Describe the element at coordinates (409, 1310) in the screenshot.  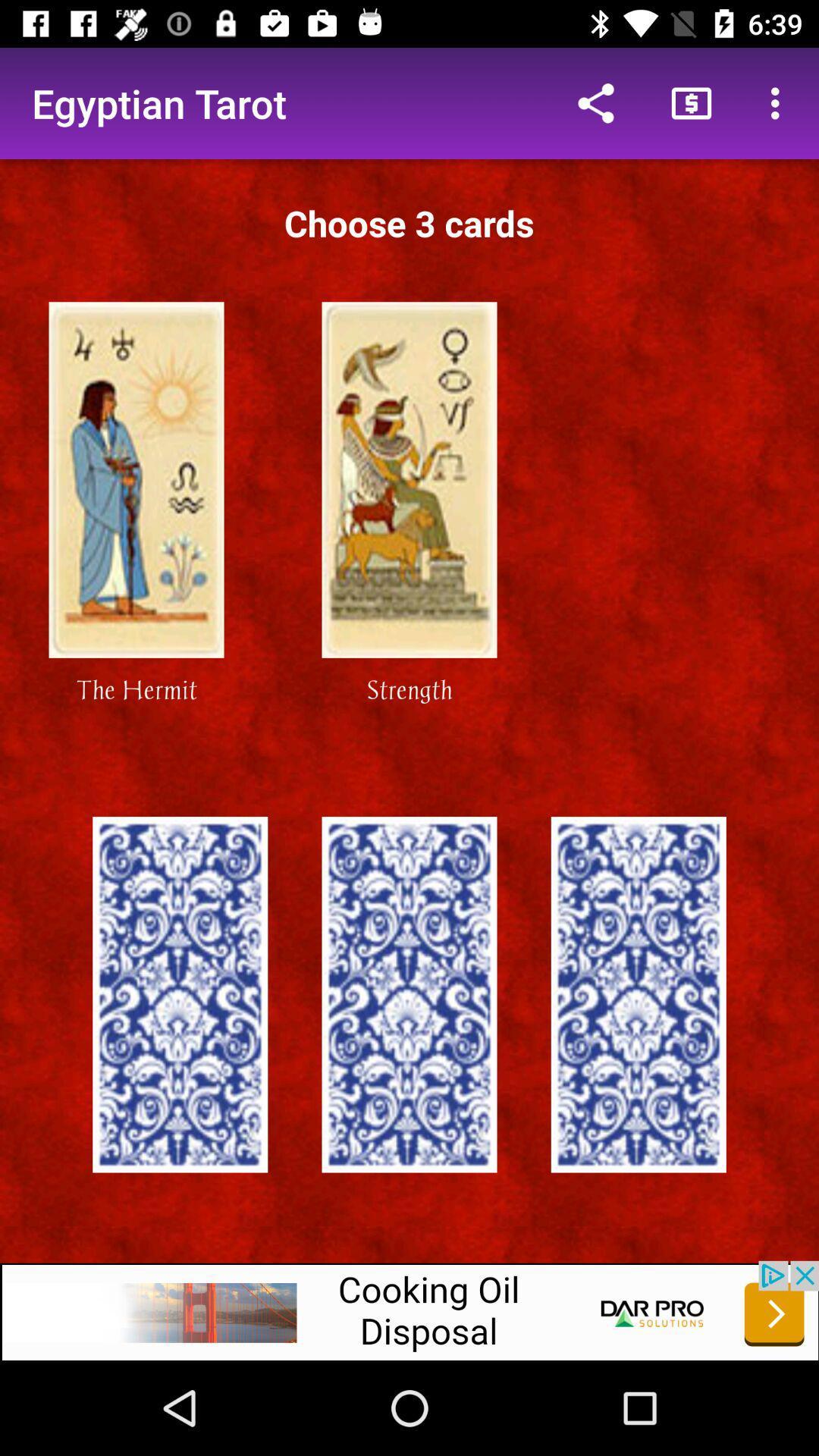
I see `for add` at that location.